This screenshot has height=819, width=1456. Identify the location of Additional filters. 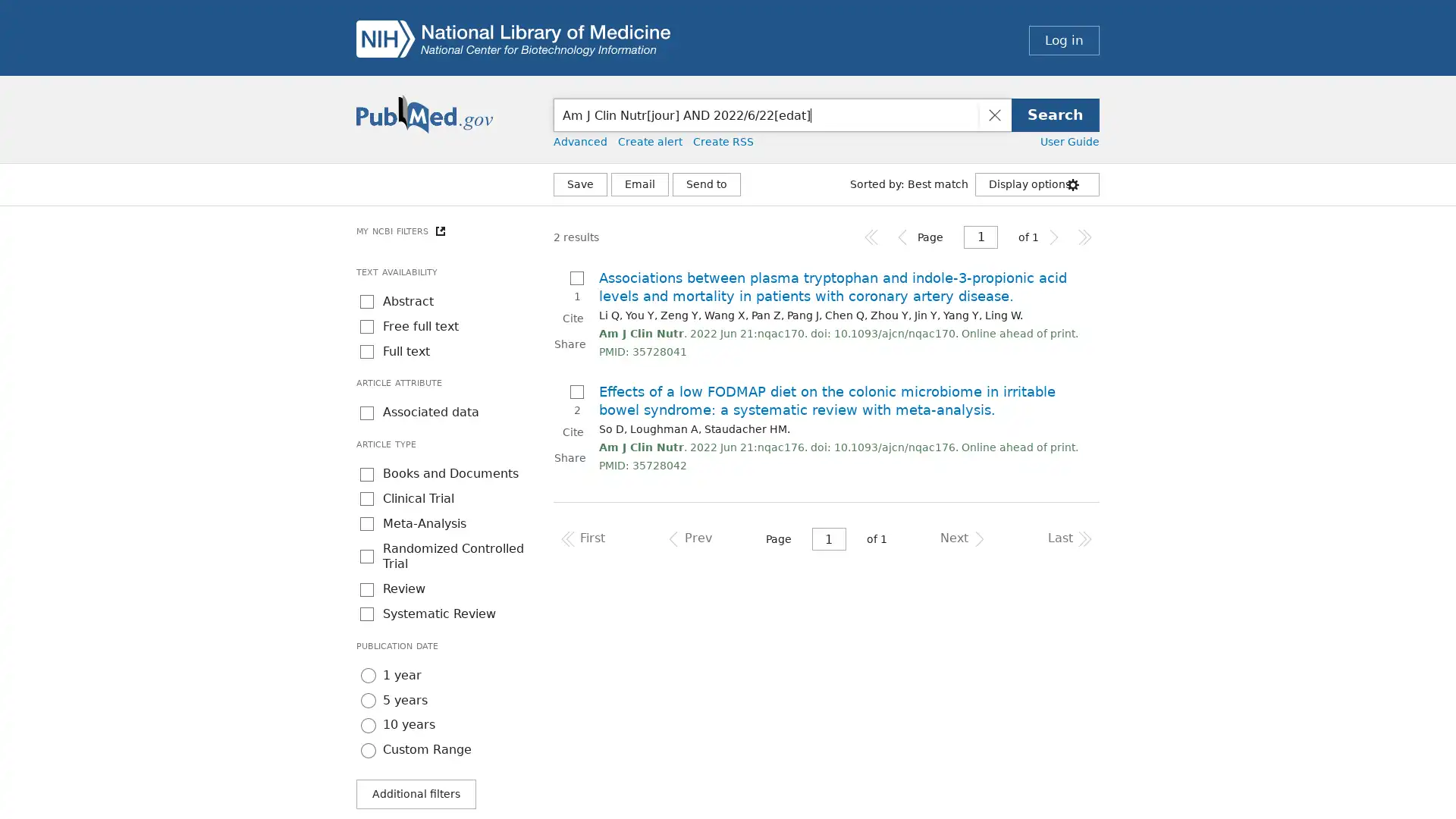
(416, 792).